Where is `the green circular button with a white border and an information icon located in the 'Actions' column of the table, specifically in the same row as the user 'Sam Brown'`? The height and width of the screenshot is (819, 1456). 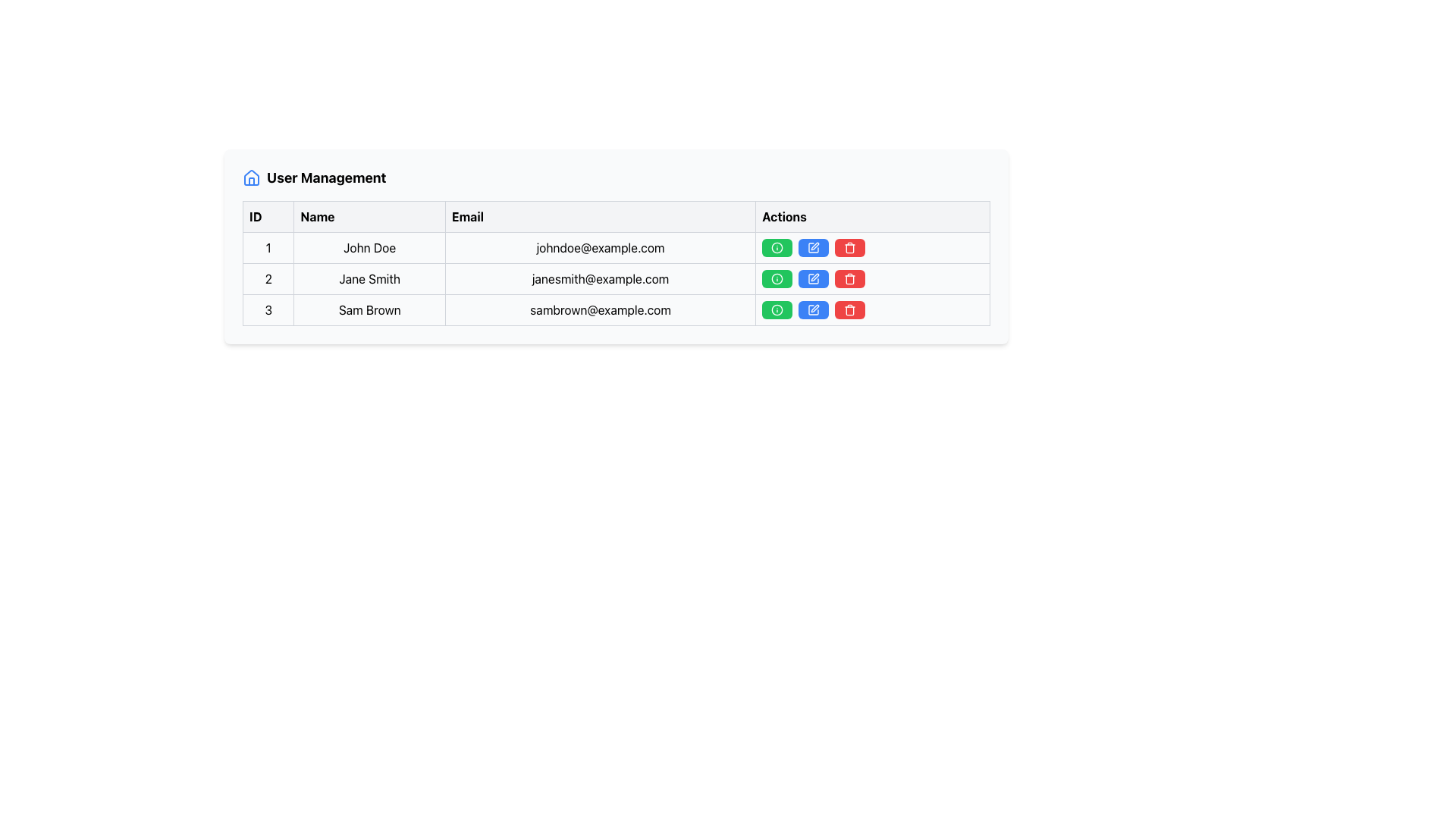
the green circular button with a white border and an information icon located in the 'Actions' column of the table, specifically in the same row as the user 'Sam Brown' is located at coordinates (777, 309).